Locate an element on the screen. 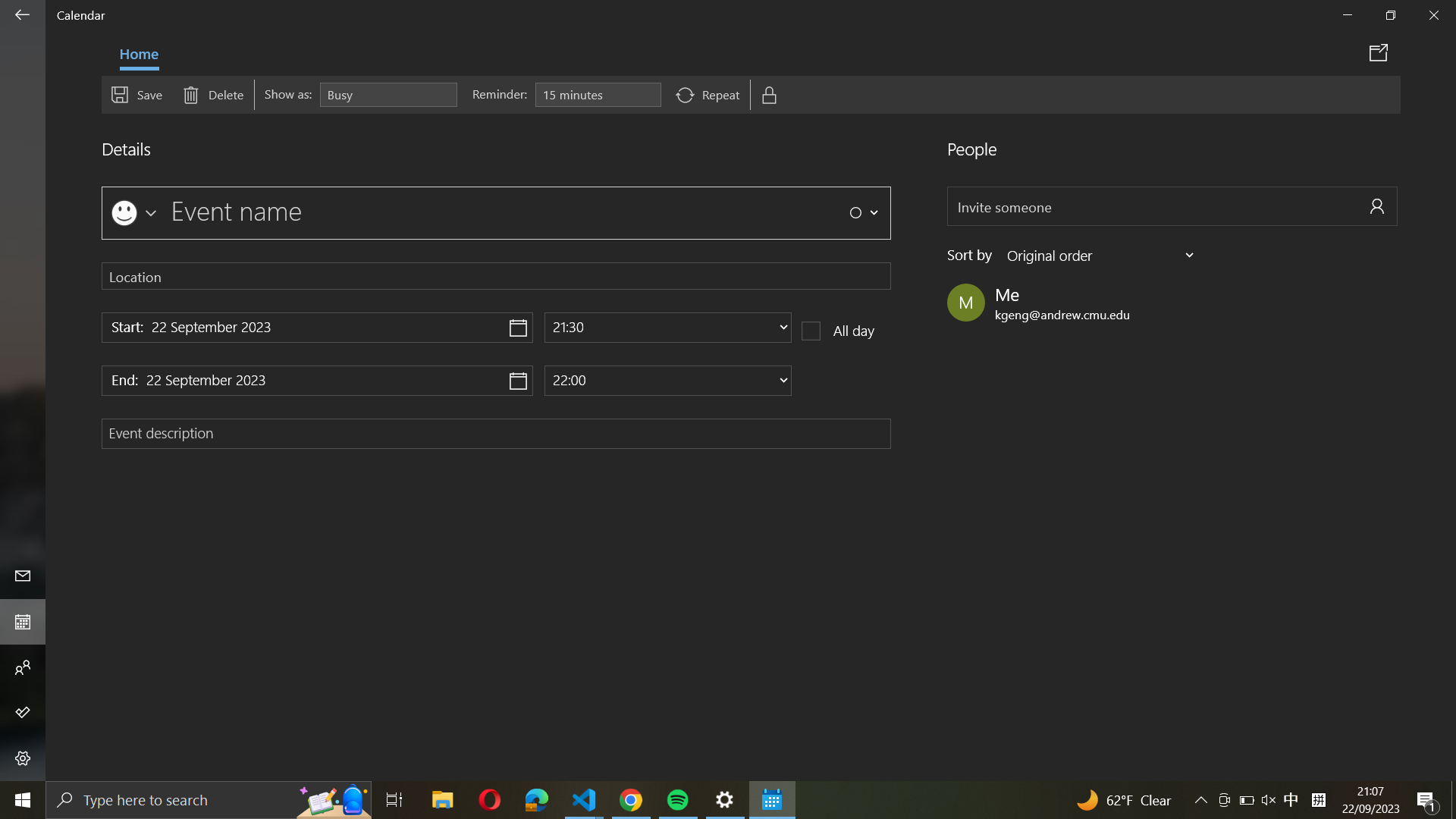  Send out the event information via email is located at coordinates (1381, 52).